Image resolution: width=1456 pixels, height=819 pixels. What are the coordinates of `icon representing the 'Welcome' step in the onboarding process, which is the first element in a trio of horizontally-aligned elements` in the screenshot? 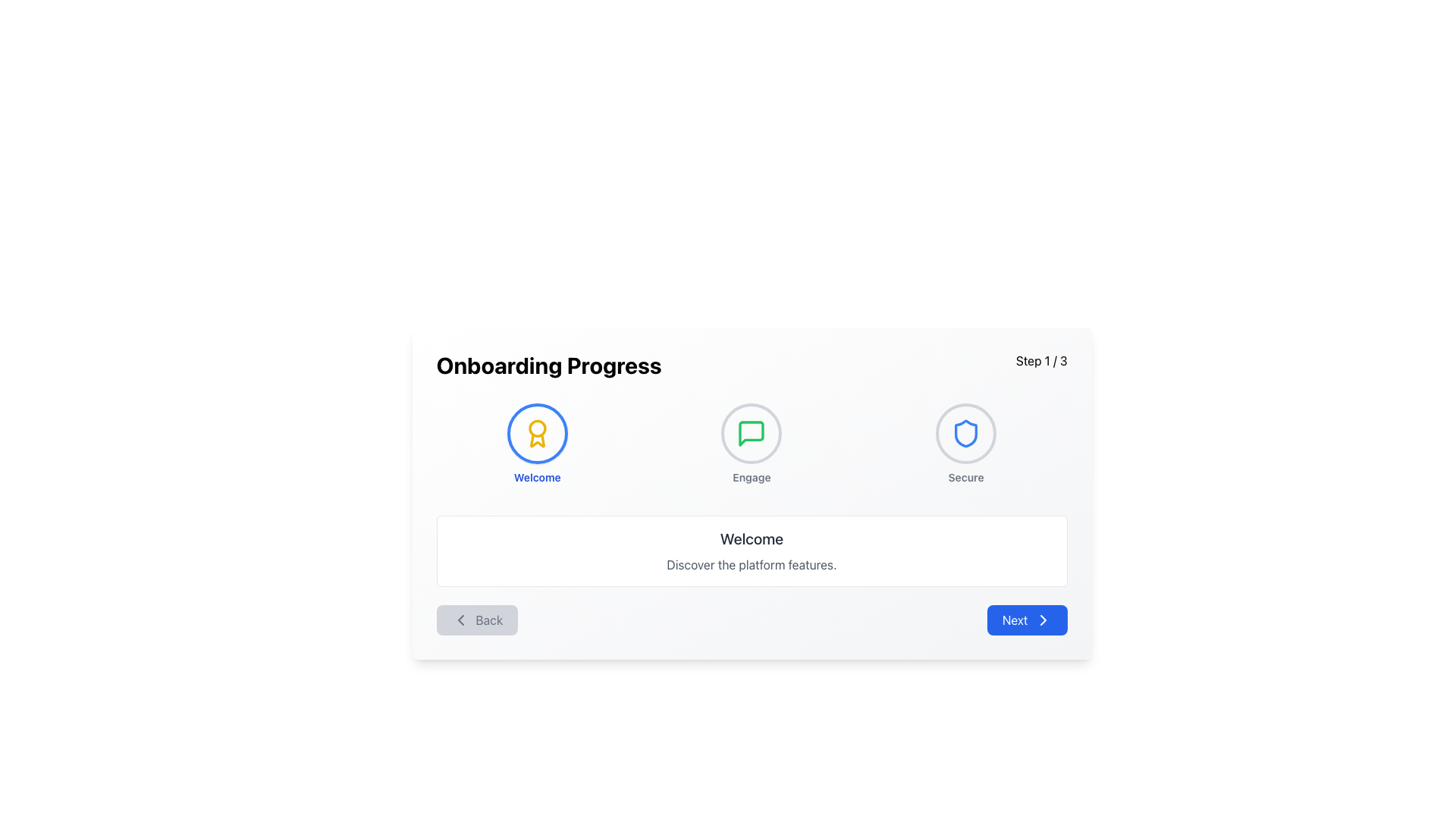 It's located at (537, 444).